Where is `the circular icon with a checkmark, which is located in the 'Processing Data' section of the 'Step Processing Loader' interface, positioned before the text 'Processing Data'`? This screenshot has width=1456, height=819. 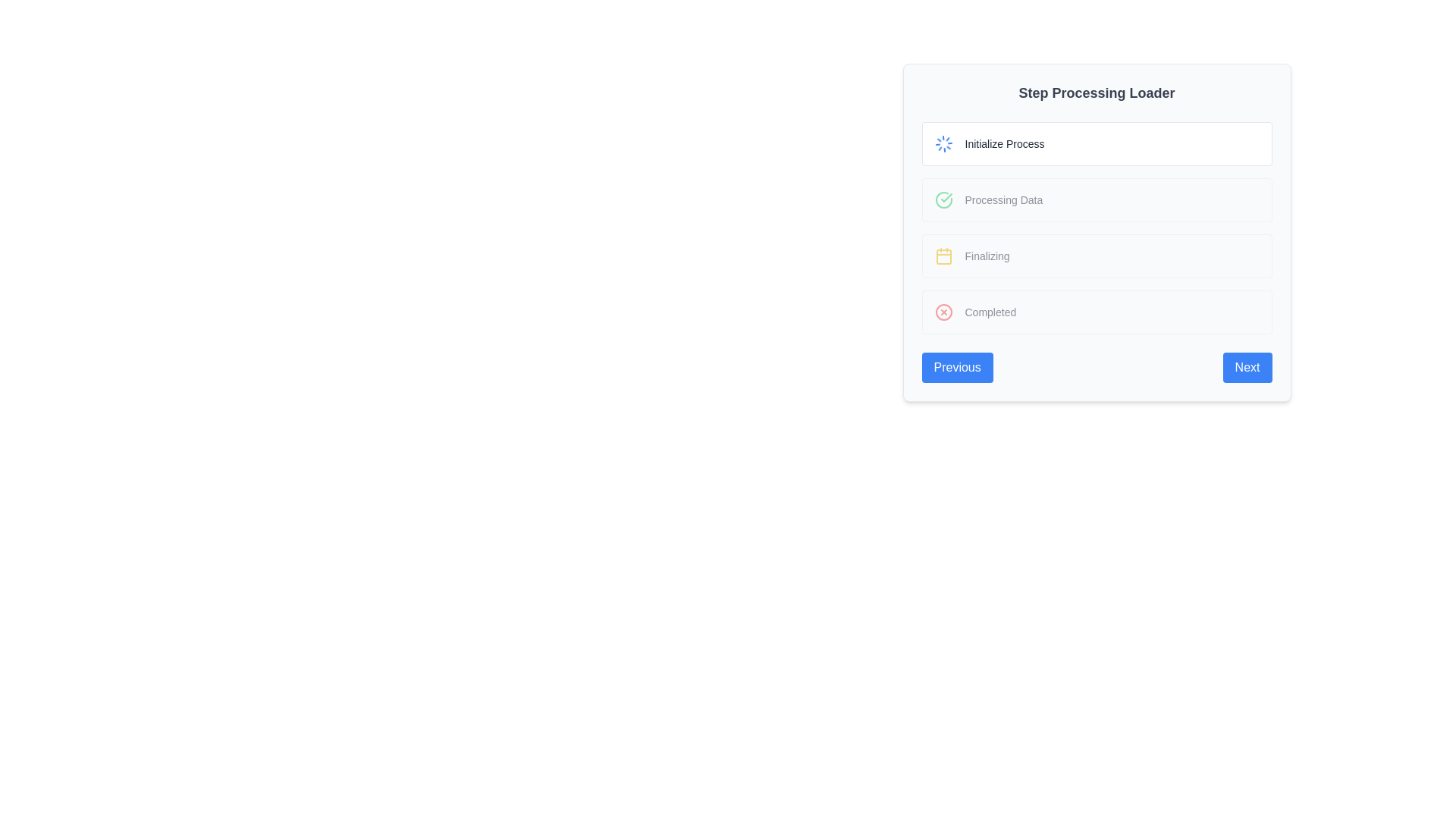
the circular icon with a checkmark, which is located in the 'Processing Data' section of the 'Step Processing Loader' interface, positioned before the text 'Processing Data' is located at coordinates (943, 199).